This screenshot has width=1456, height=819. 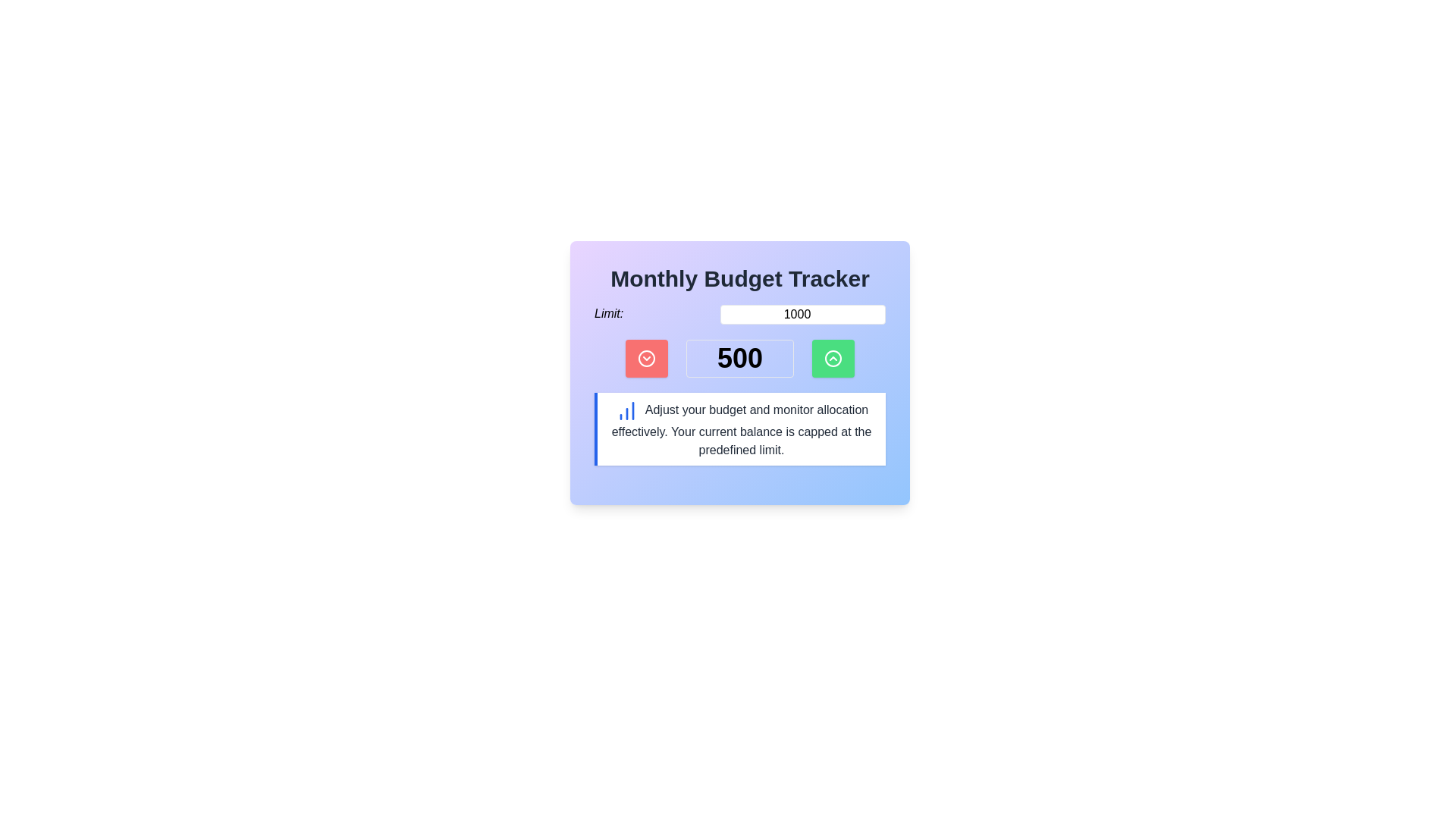 I want to click on the text paragraph that provides budget monitoring details, which is located under the 'Monthly Budget Tracker' title, so click(x=742, y=430).